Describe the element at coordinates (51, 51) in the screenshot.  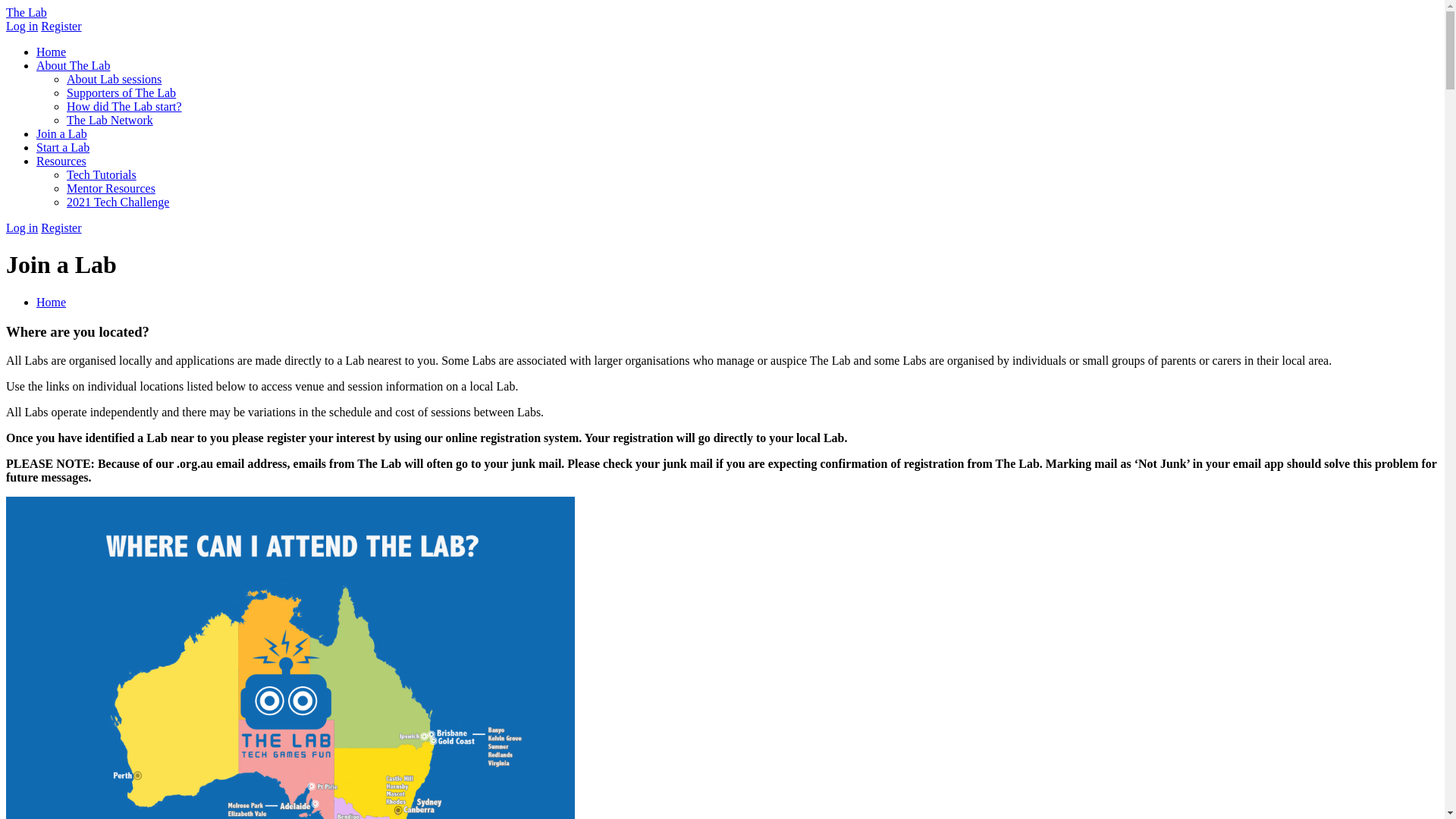
I see `'Home'` at that location.